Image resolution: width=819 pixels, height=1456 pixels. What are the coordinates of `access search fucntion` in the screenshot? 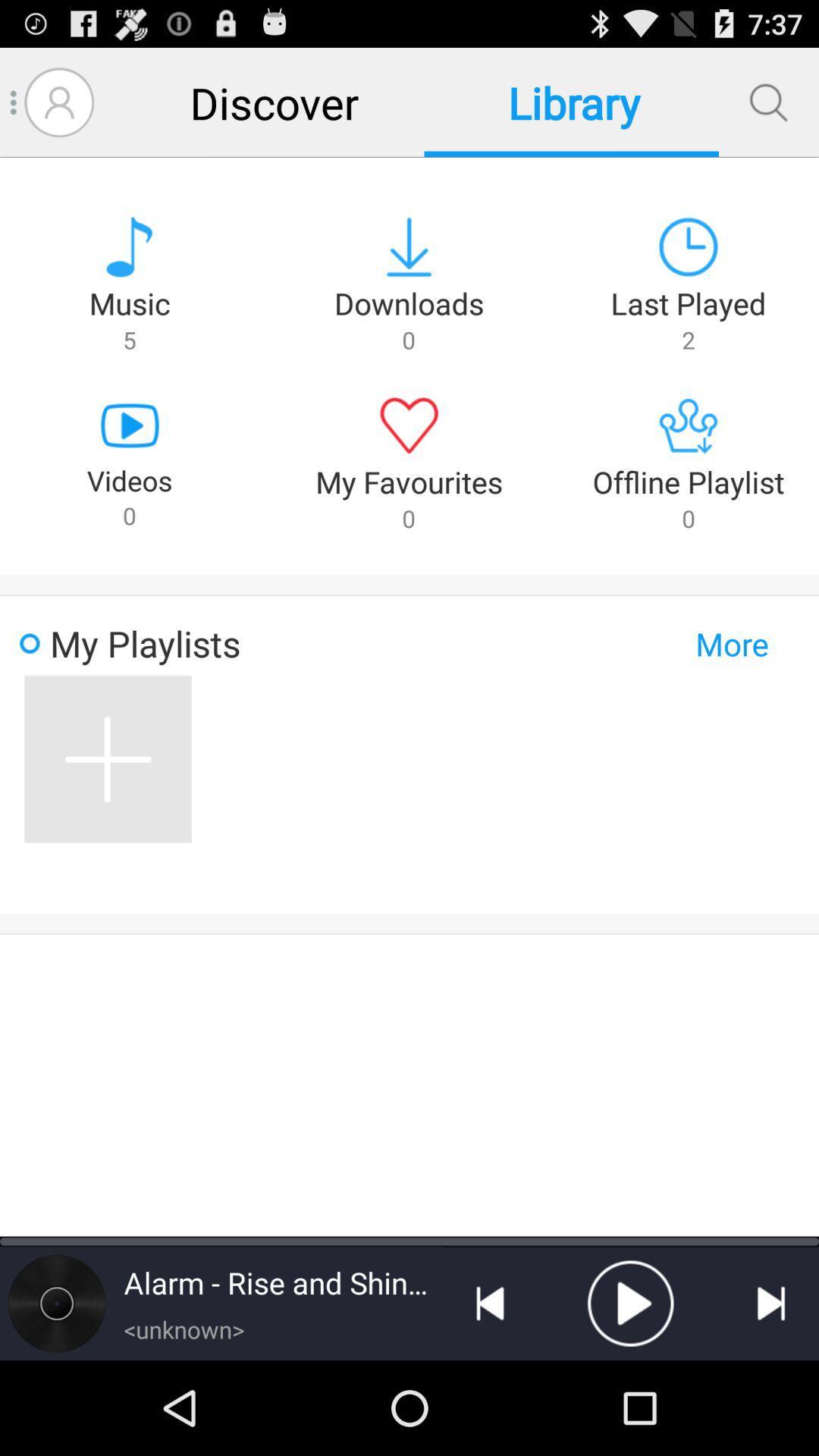 It's located at (768, 102).